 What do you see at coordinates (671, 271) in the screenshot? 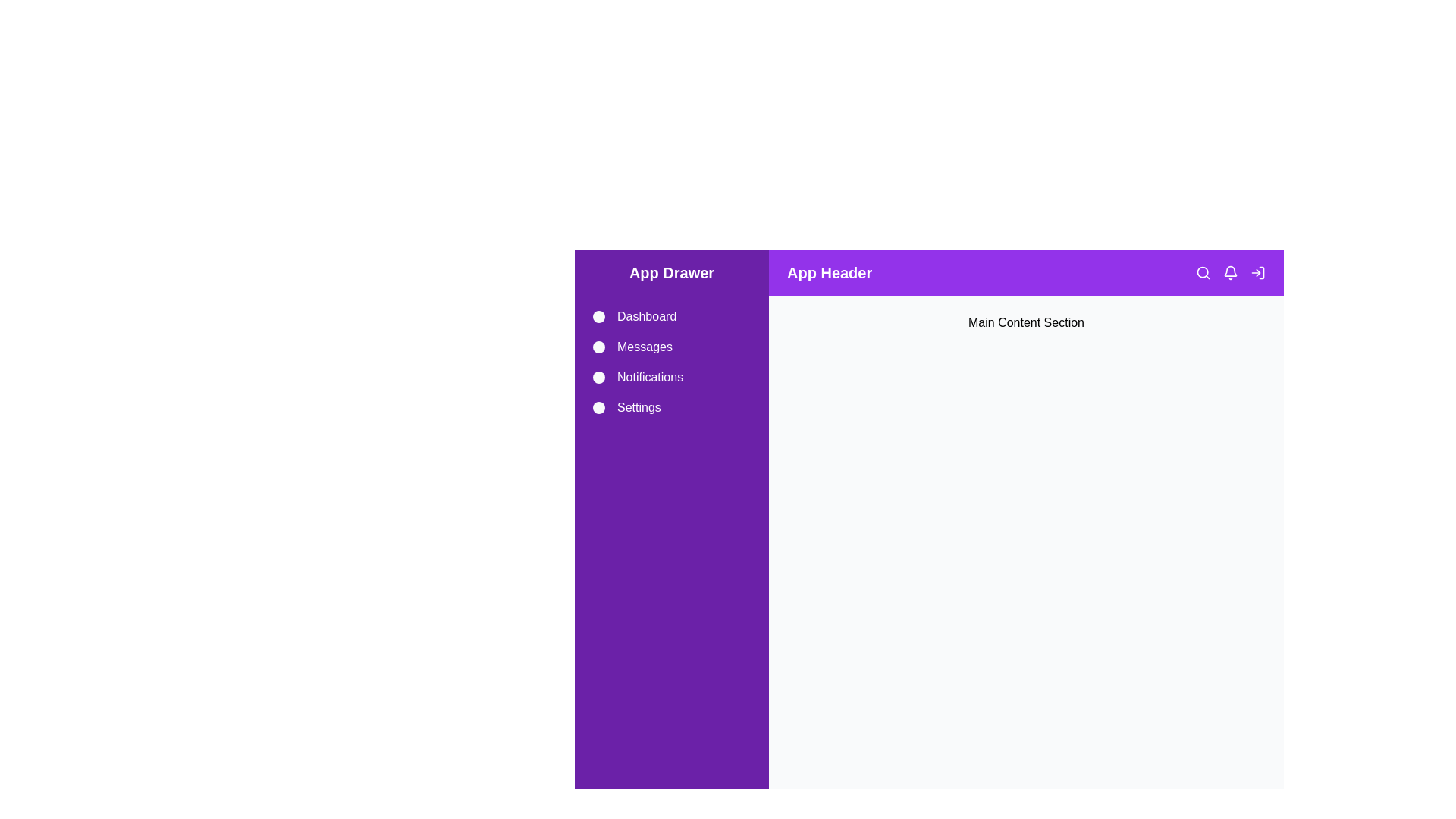
I see `the drawer header to toggle its state` at bounding box center [671, 271].